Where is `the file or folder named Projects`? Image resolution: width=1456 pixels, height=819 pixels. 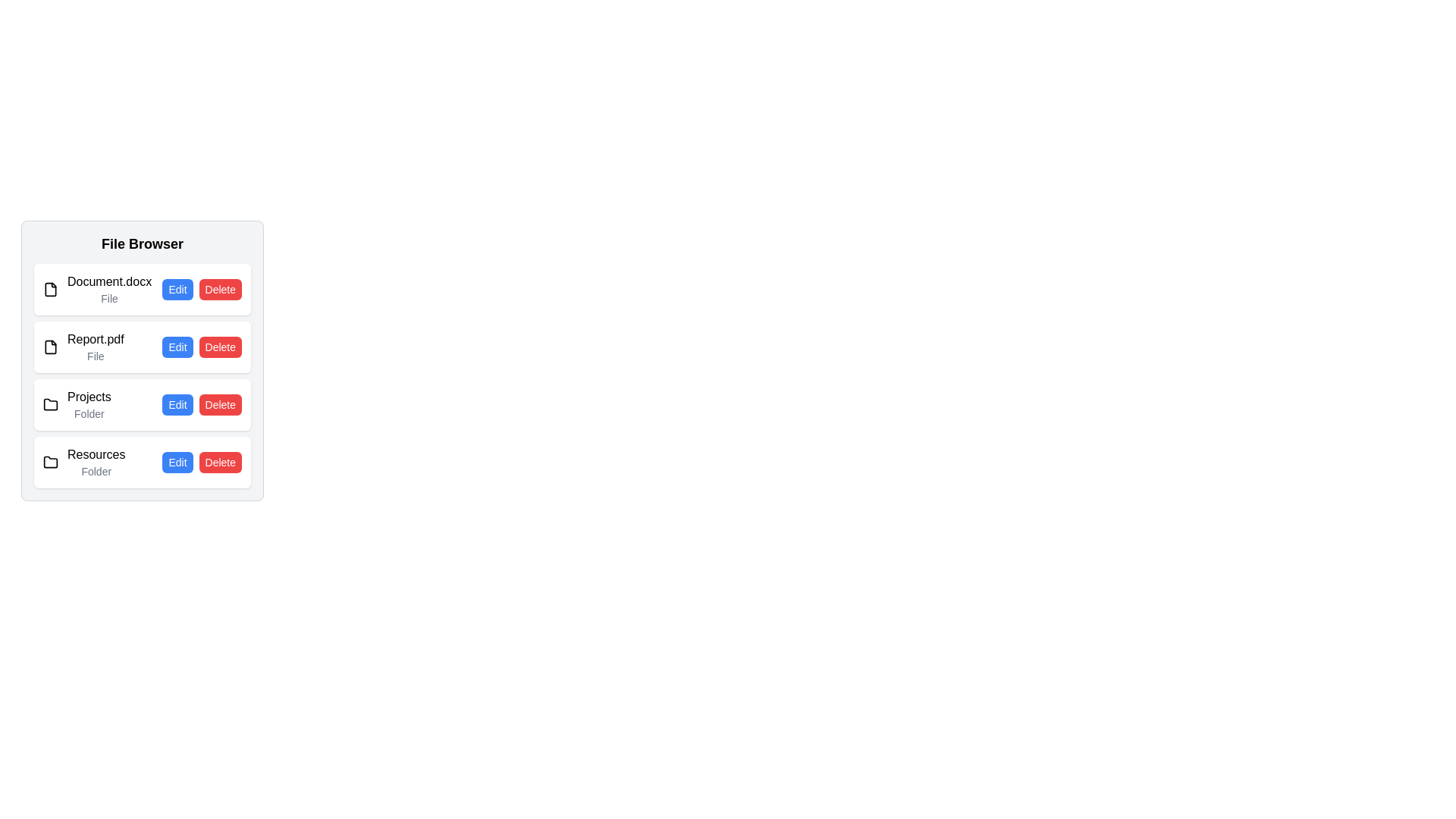 the file or folder named Projects is located at coordinates (142, 403).